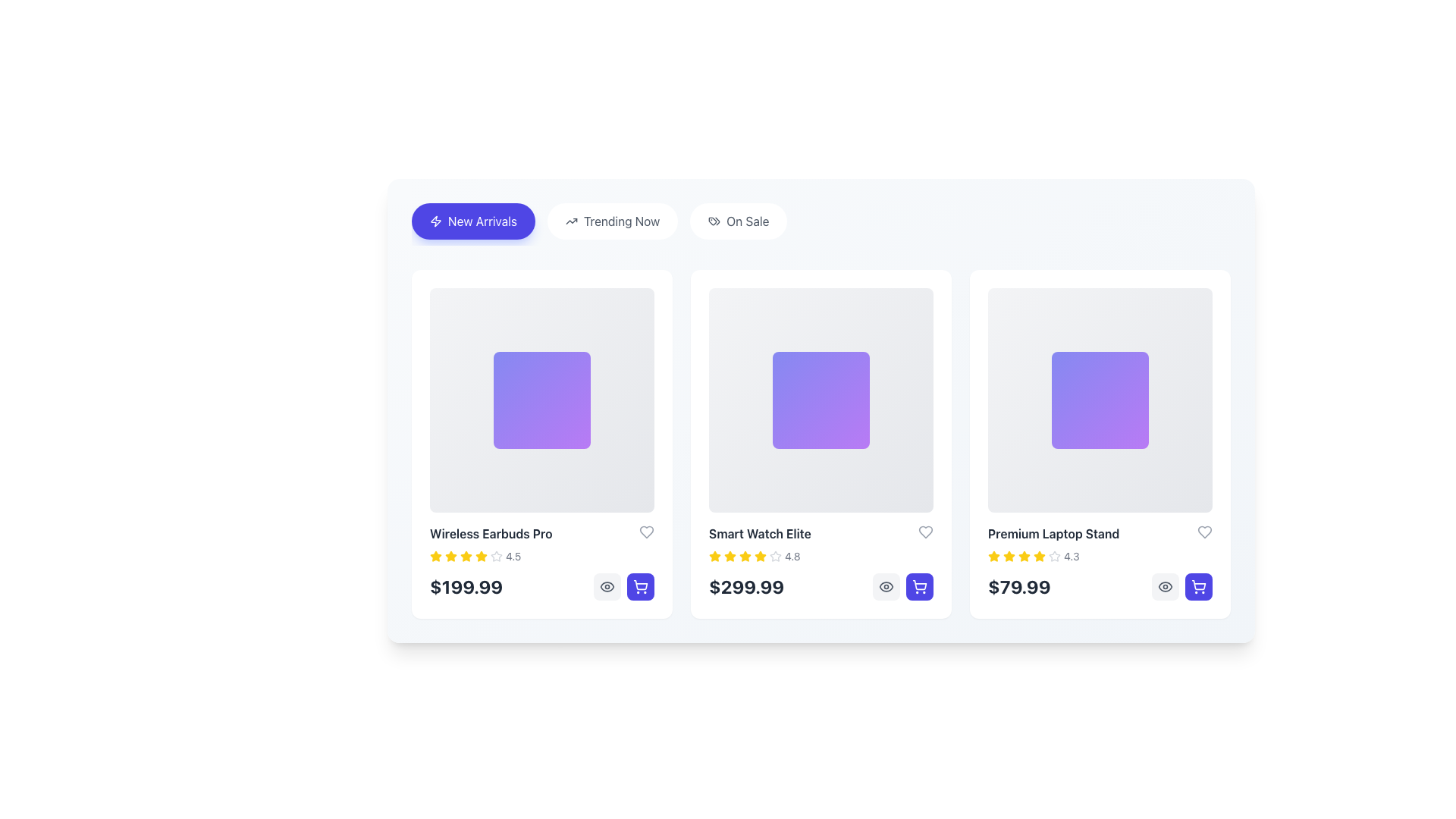  Describe the element at coordinates (775, 556) in the screenshot. I see `the second gray star icon in the rating system for 'Smart Watch Elite', which is part of a horizontally-aligned product list` at that location.